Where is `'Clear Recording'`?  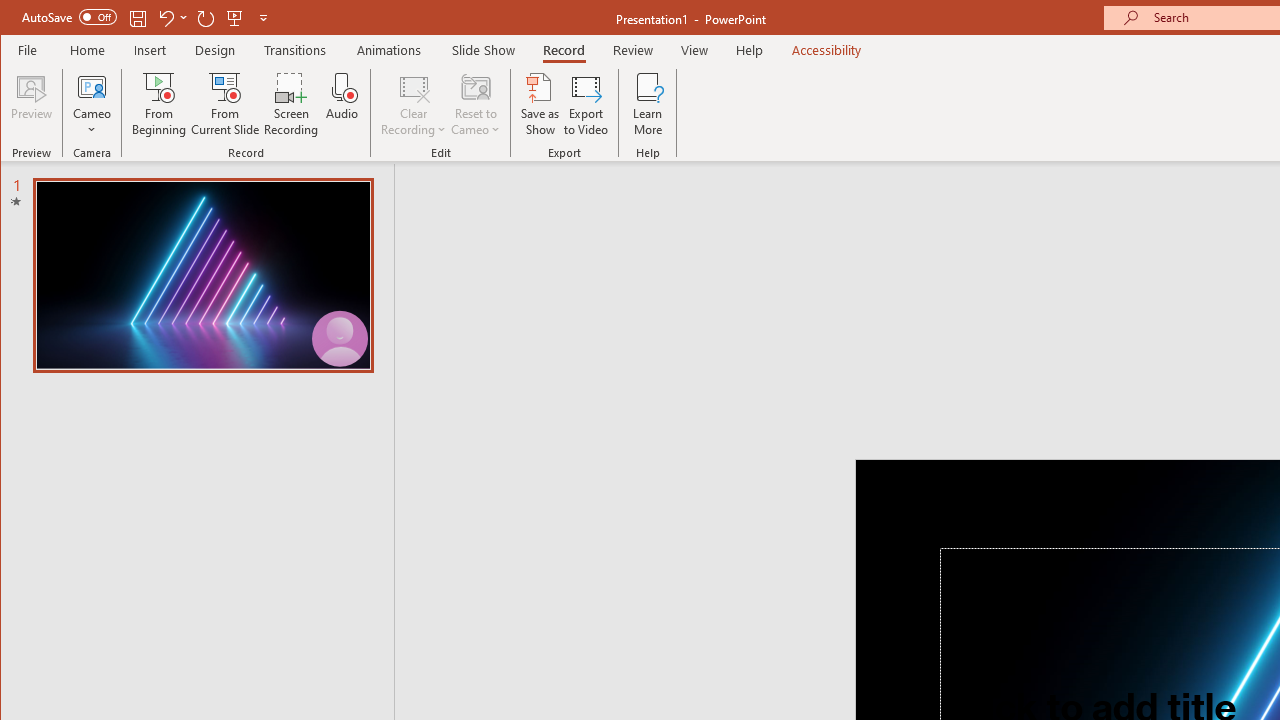
'Clear Recording' is located at coordinates (413, 104).